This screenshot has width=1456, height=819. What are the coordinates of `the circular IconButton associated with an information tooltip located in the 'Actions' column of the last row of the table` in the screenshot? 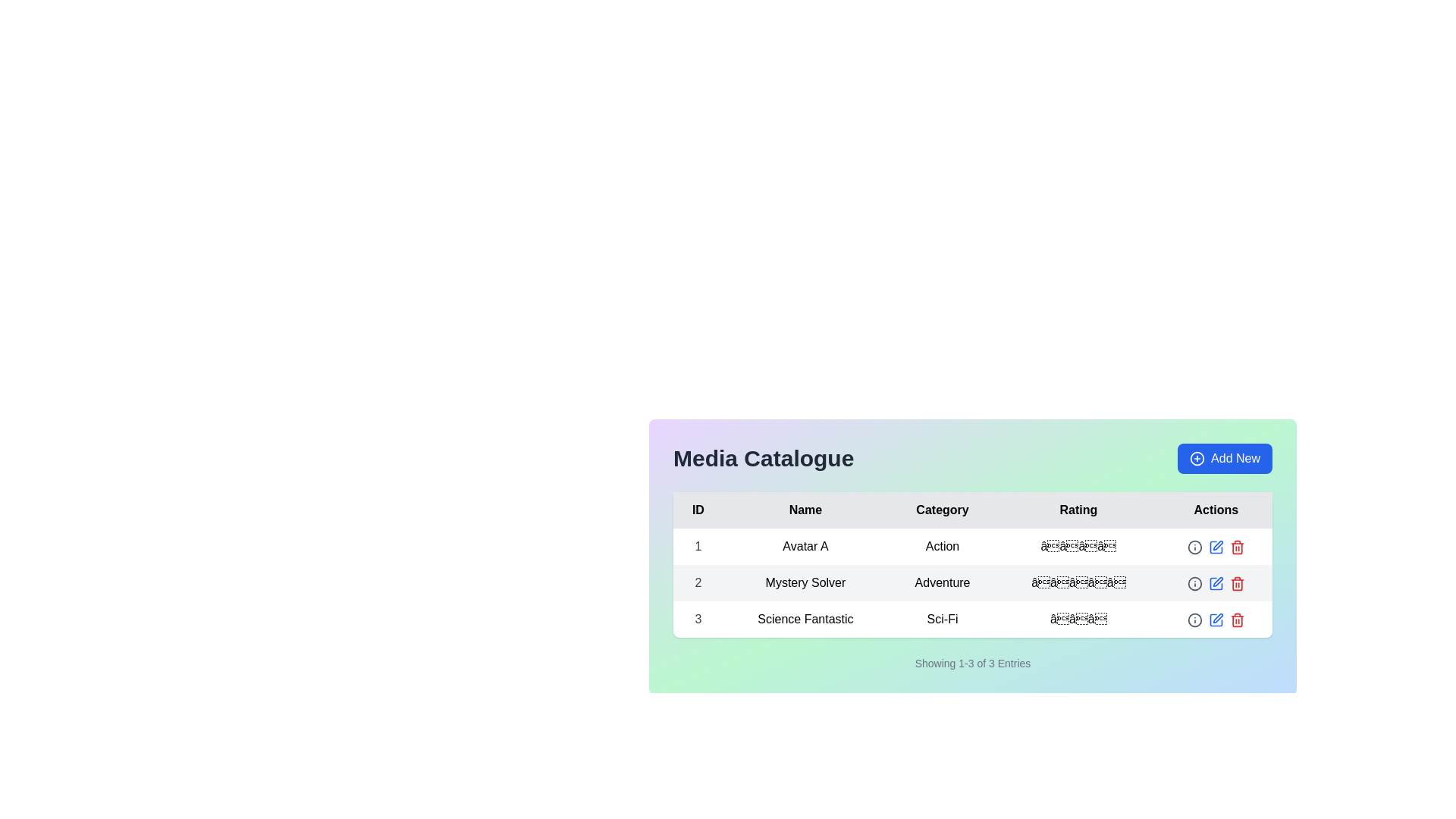 It's located at (1194, 620).